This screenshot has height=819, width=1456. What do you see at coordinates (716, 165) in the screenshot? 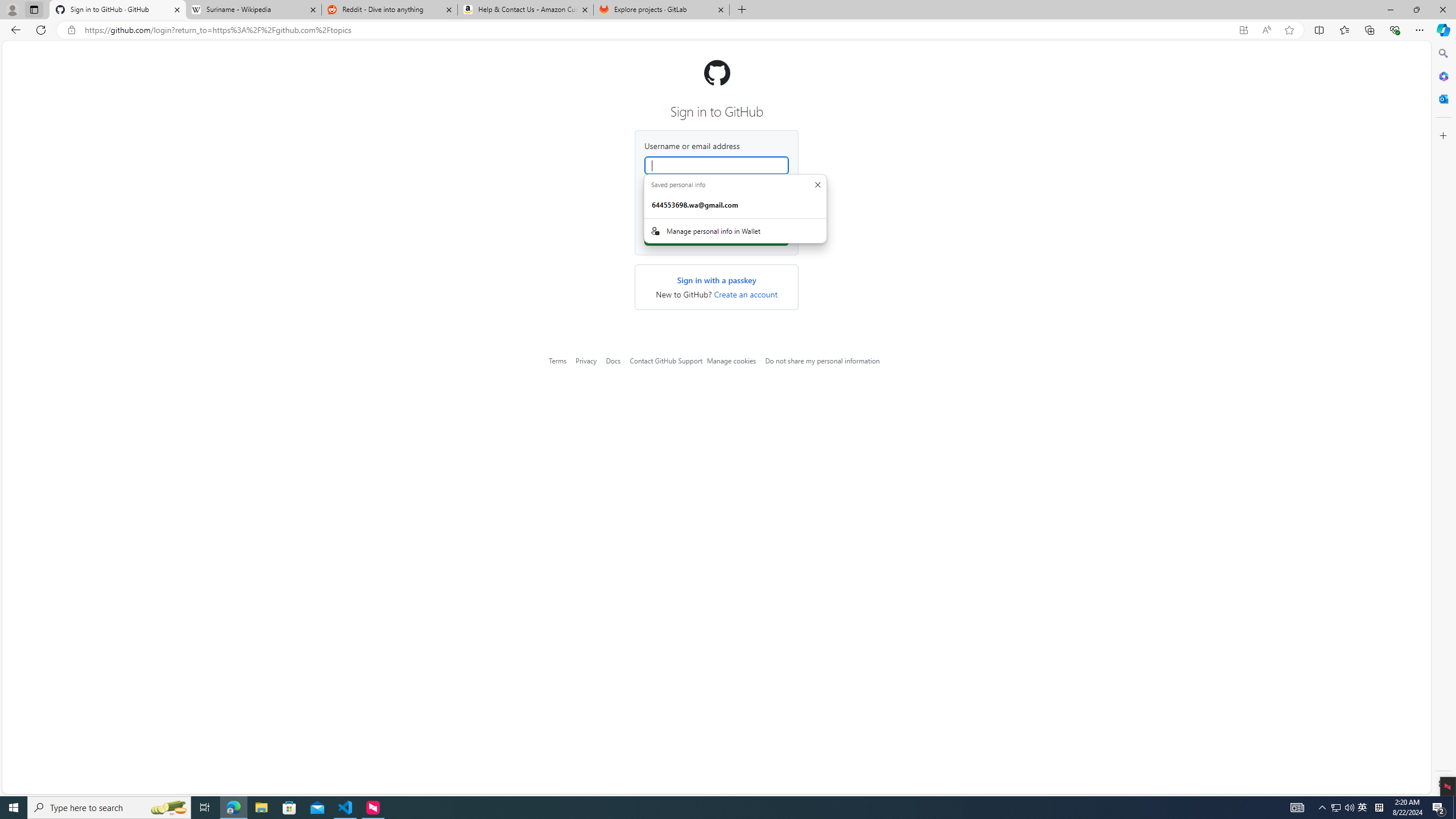
I see `'Username or email address'` at bounding box center [716, 165].